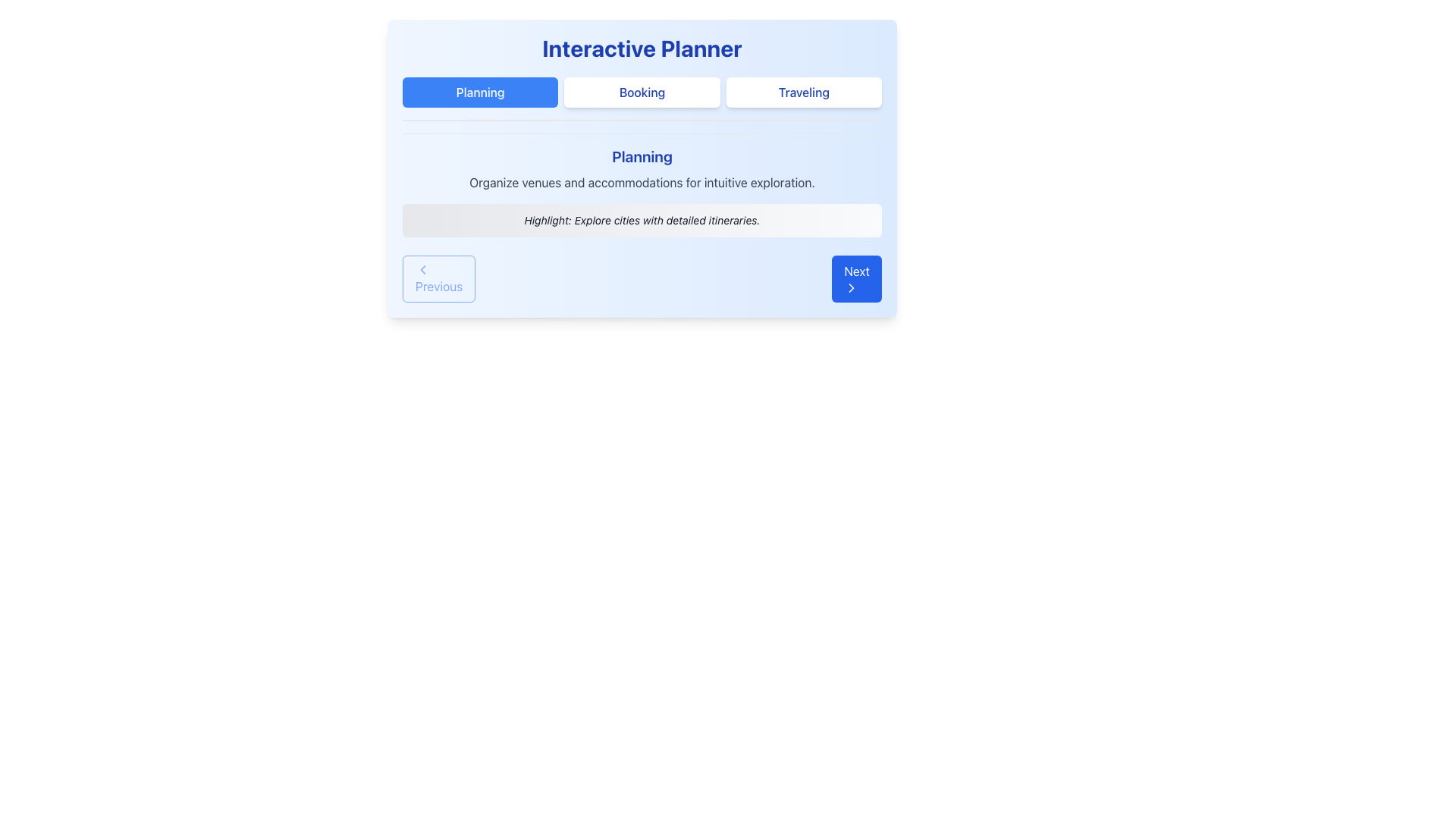 Image resolution: width=1456 pixels, height=819 pixels. I want to click on the Informational section that provides details about the 'Planning' phase in the interactive planner interface, located below the tabs 'Planning', 'Booking', and 'Traveling', so click(642, 184).